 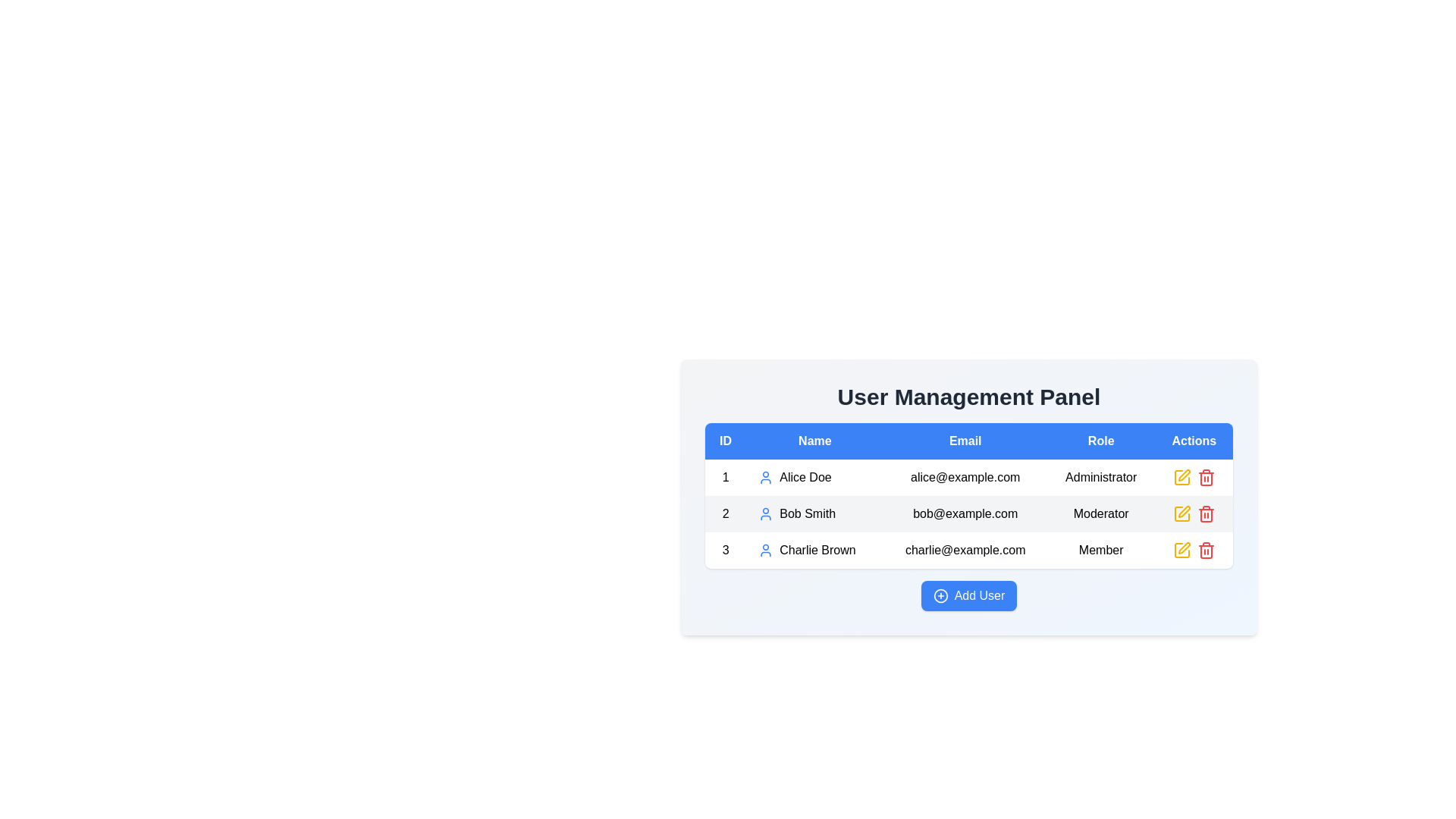 What do you see at coordinates (1193, 550) in the screenshot?
I see `the yellow edit icon in the last row of the user table under the 'Actions' column` at bounding box center [1193, 550].